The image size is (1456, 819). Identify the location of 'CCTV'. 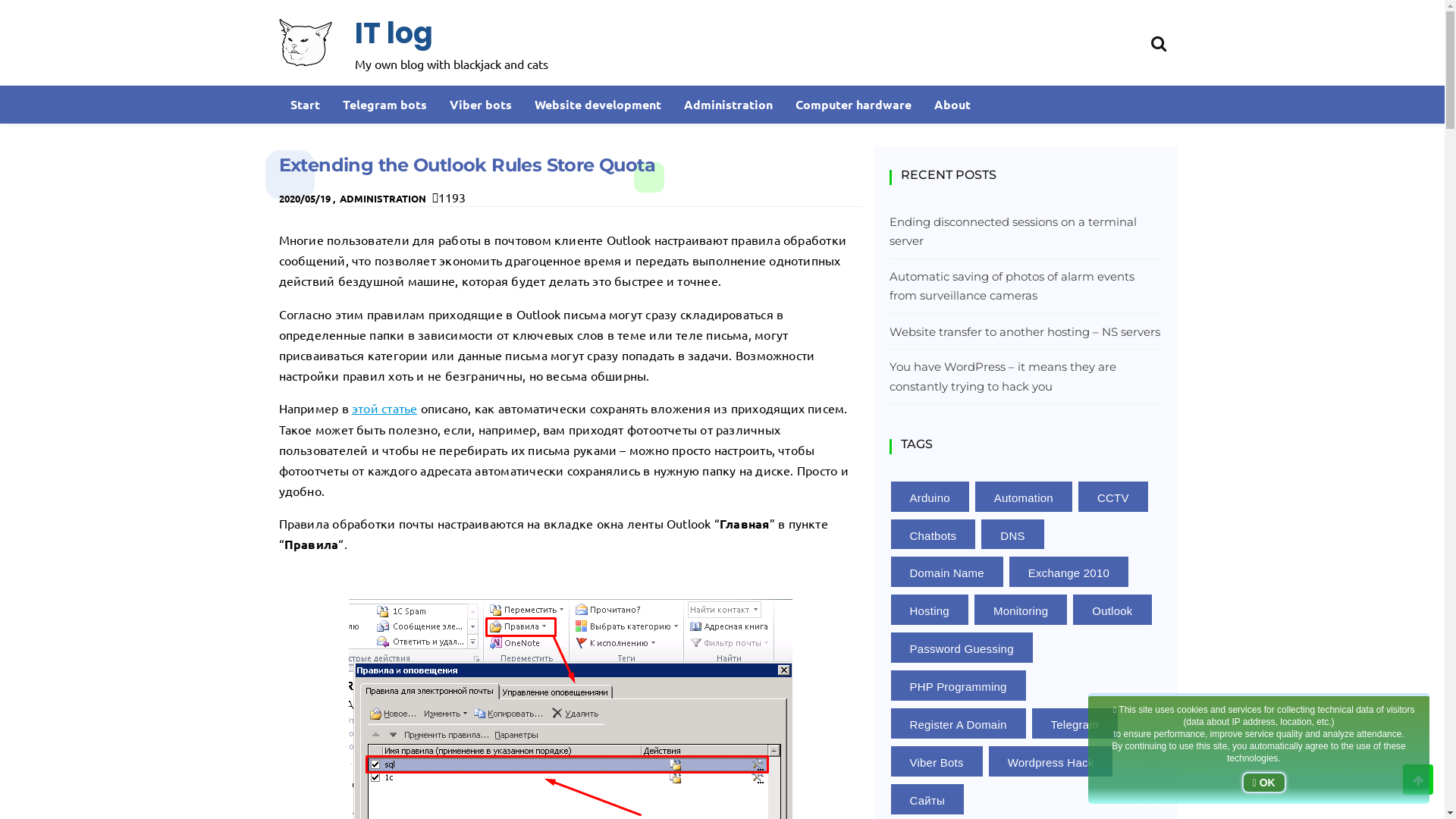
(1113, 497).